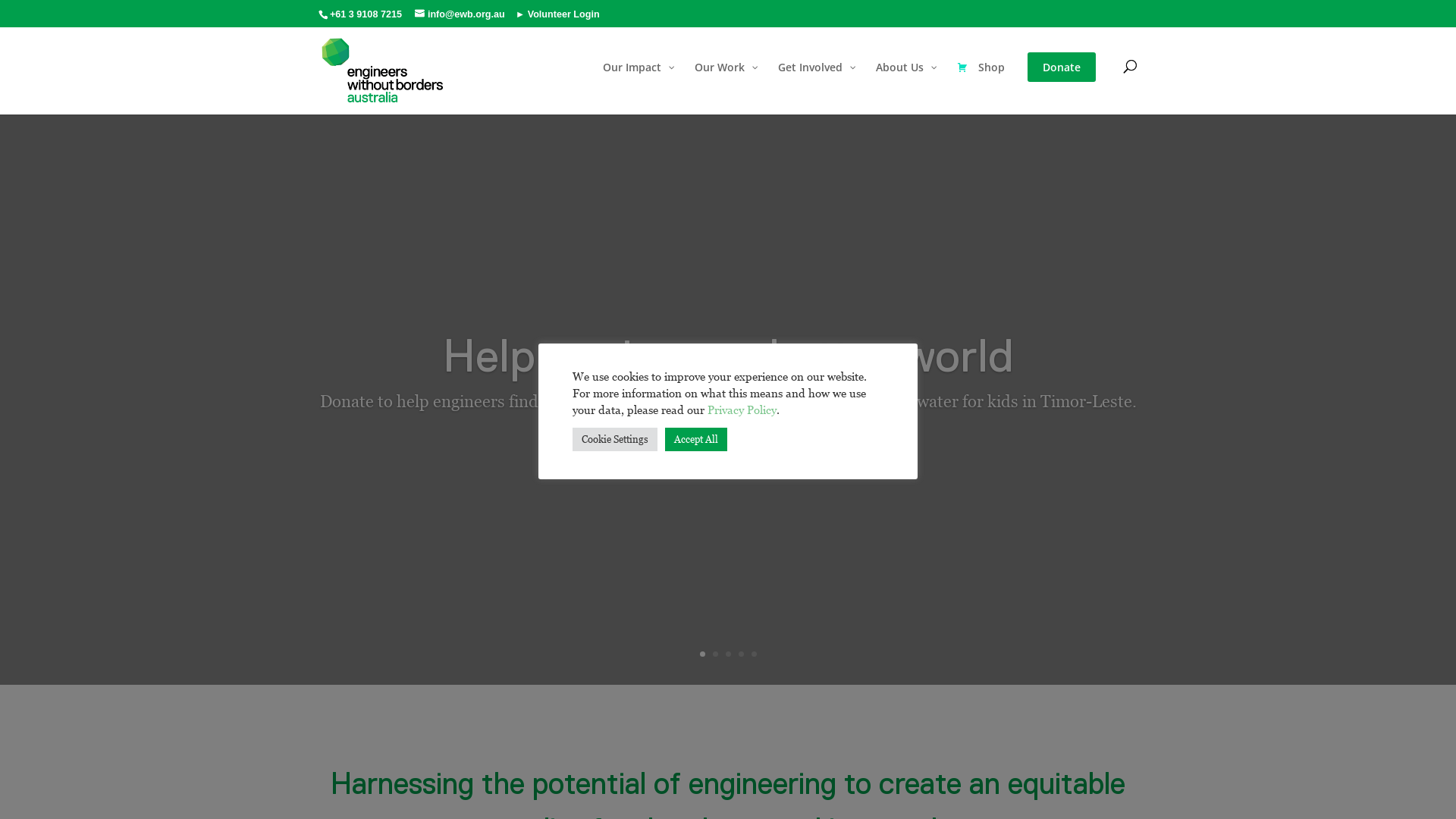 This screenshot has width=1456, height=819. I want to click on 'Get Involved', so click(814, 83).